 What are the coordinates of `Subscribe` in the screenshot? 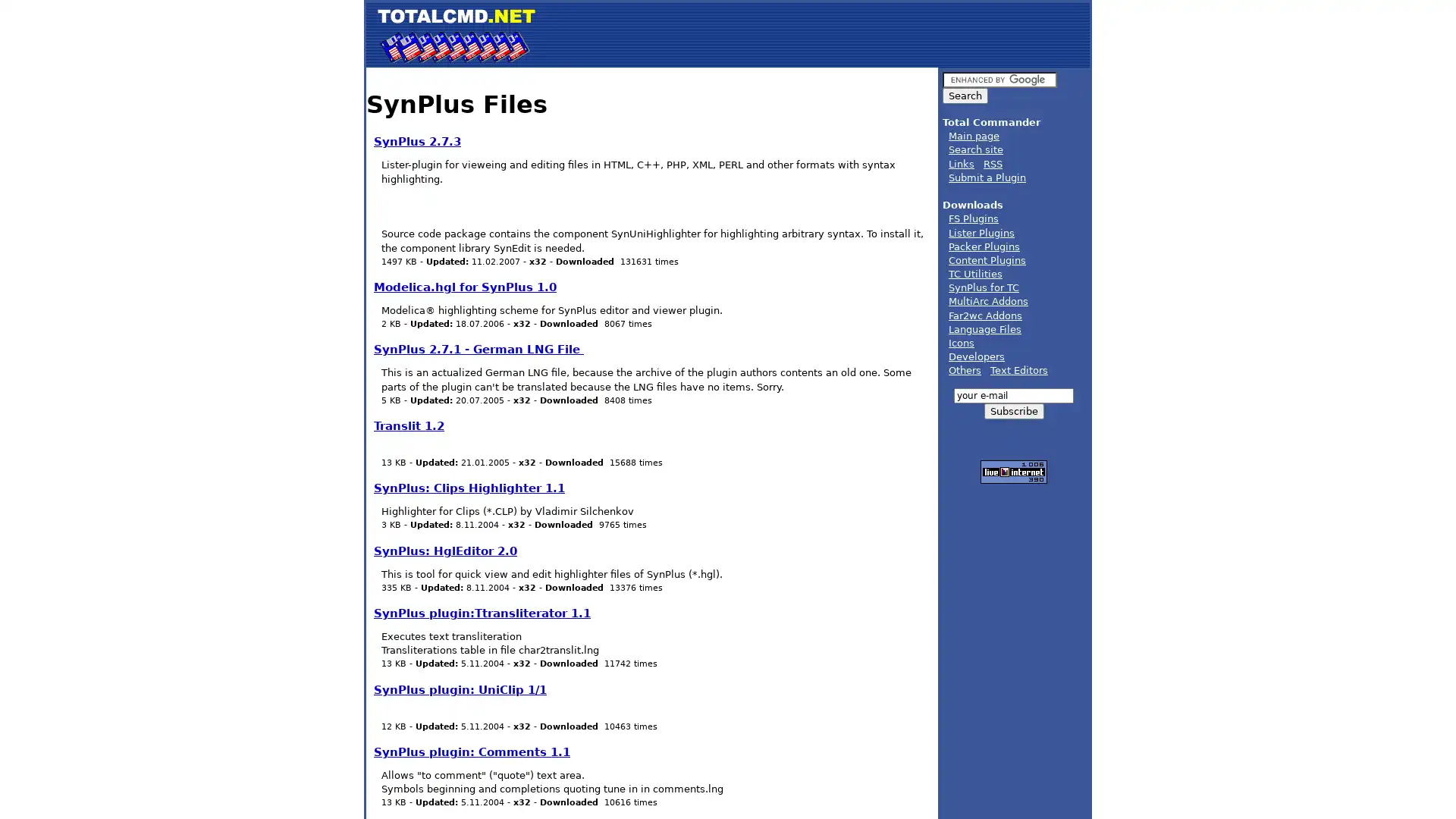 It's located at (1013, 410).